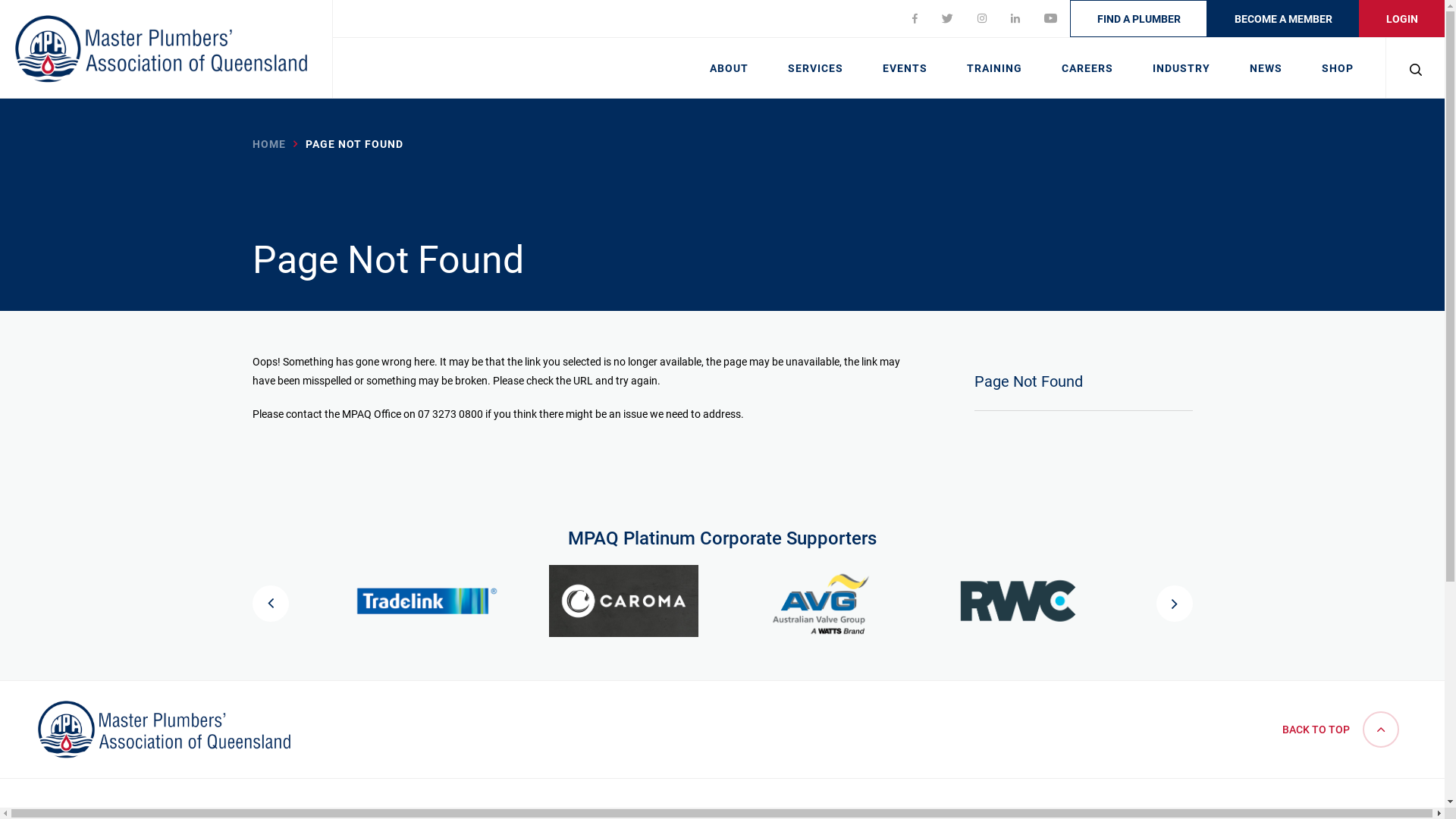 The height and width of the screenshot is (819, 1456). What do you see at coordinates (946, 66) in the screenshot?
I see `'TRAINING'` at bounding box center [946, 66].